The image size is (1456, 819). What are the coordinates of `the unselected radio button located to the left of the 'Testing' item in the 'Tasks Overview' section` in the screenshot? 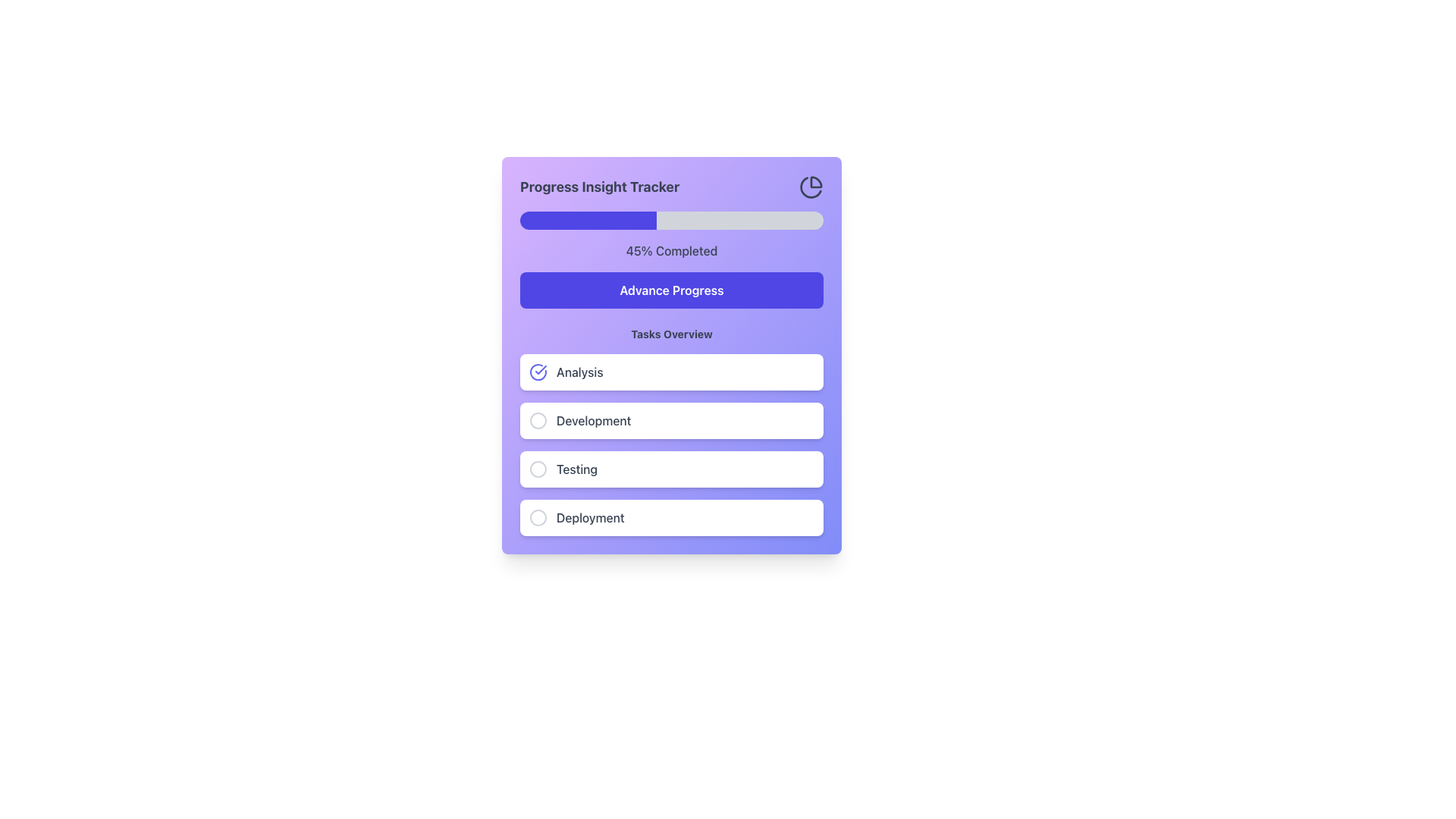 It's located at (538, 468).